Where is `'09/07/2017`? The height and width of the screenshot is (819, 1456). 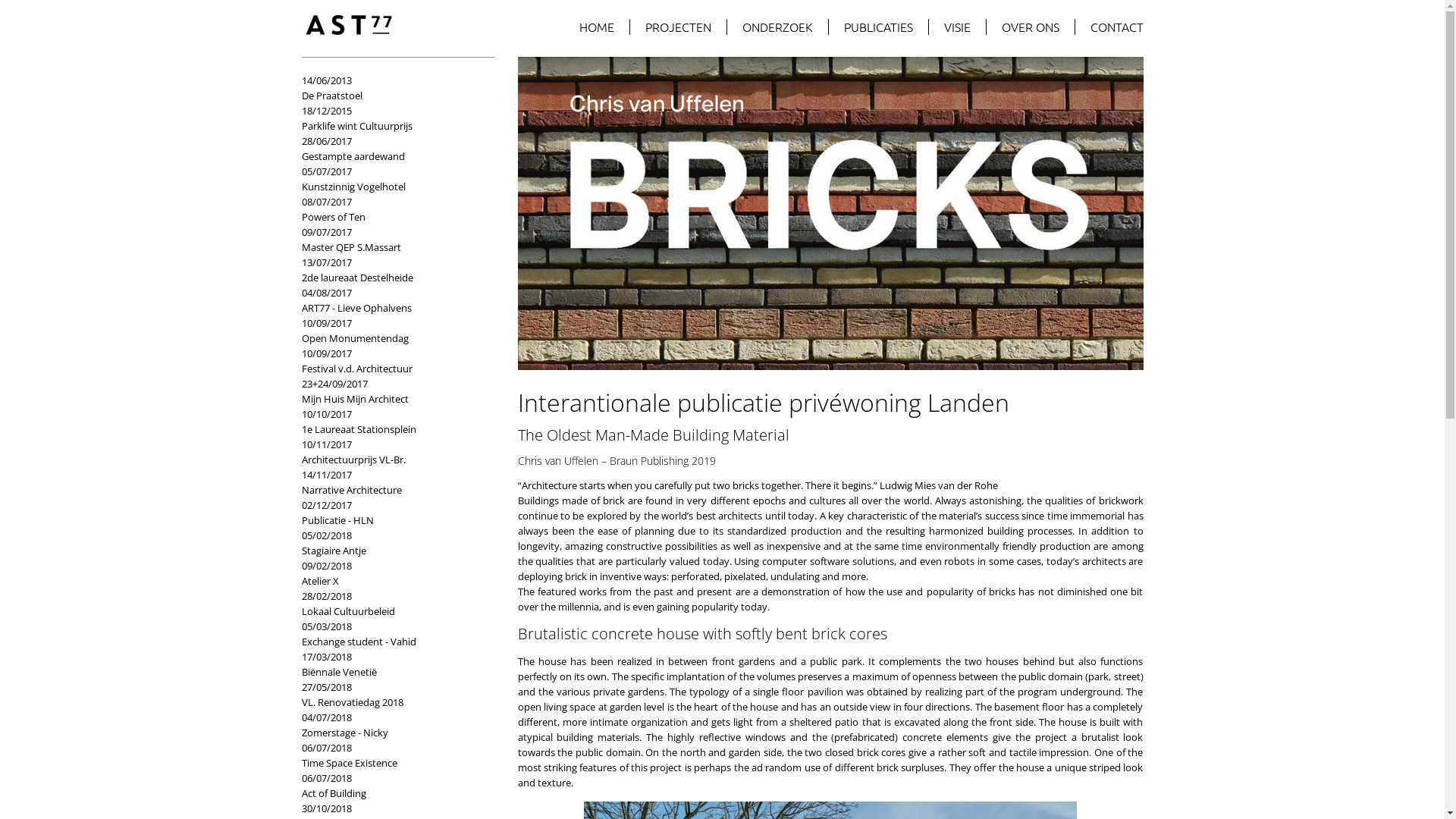
'09/07/2017 is located at coordinates (391, 239).